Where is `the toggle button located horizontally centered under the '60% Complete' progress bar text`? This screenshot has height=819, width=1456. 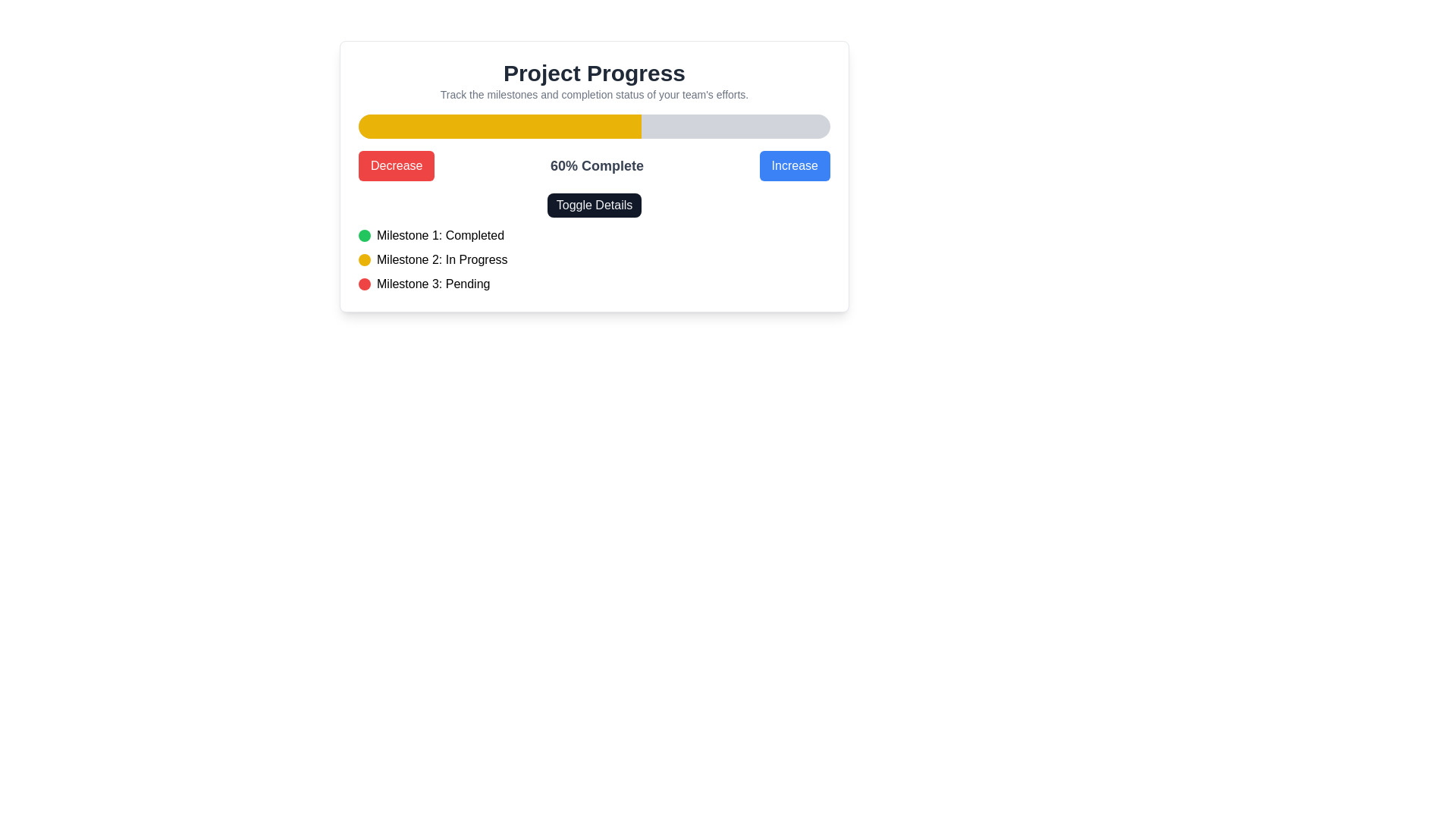 the toggle button located horizontally centered under the '60% Complete' progress bar text is located at coordinates (593, 205).